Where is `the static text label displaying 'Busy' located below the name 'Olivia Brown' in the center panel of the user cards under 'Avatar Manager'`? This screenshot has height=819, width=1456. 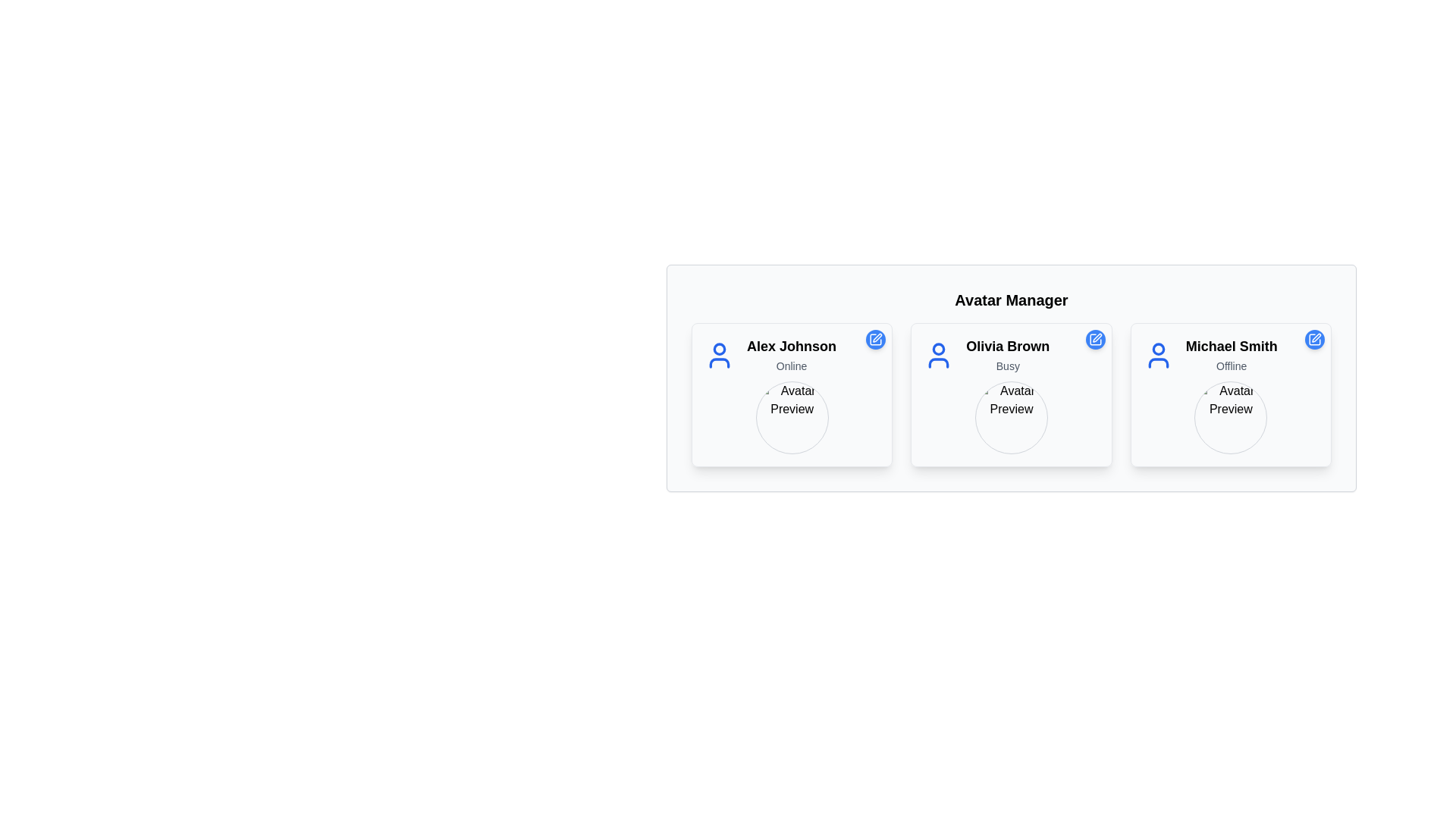
the static text label displaying 'Busy' located below the name 'Olivia Brown' in the center panel of the user cards under 'Avatar Manager' is located at coordinates (1008, 366).